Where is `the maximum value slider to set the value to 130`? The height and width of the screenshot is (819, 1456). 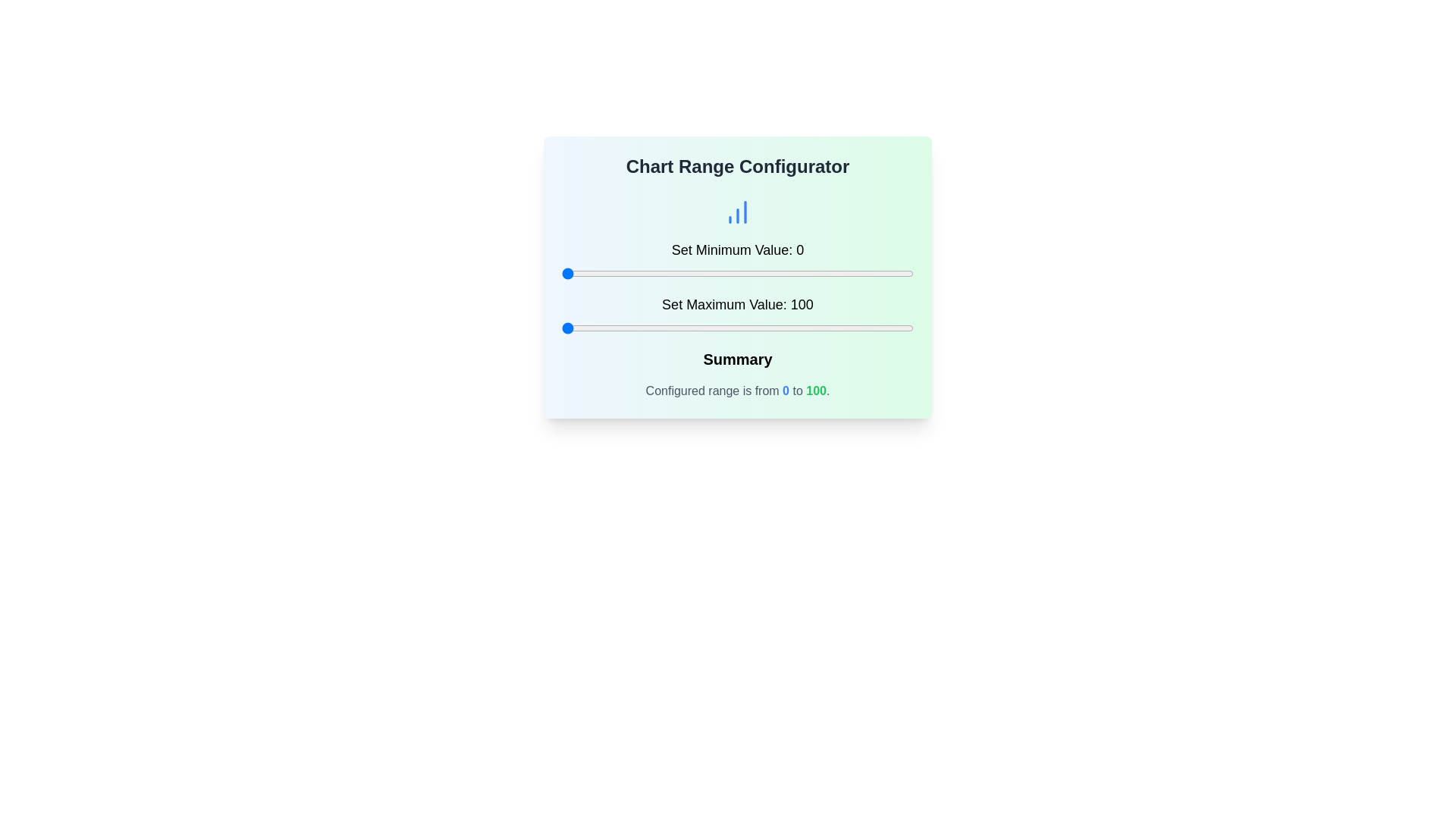 the maximum value slider to set the value to 130 is located at coordinates (667, 327).